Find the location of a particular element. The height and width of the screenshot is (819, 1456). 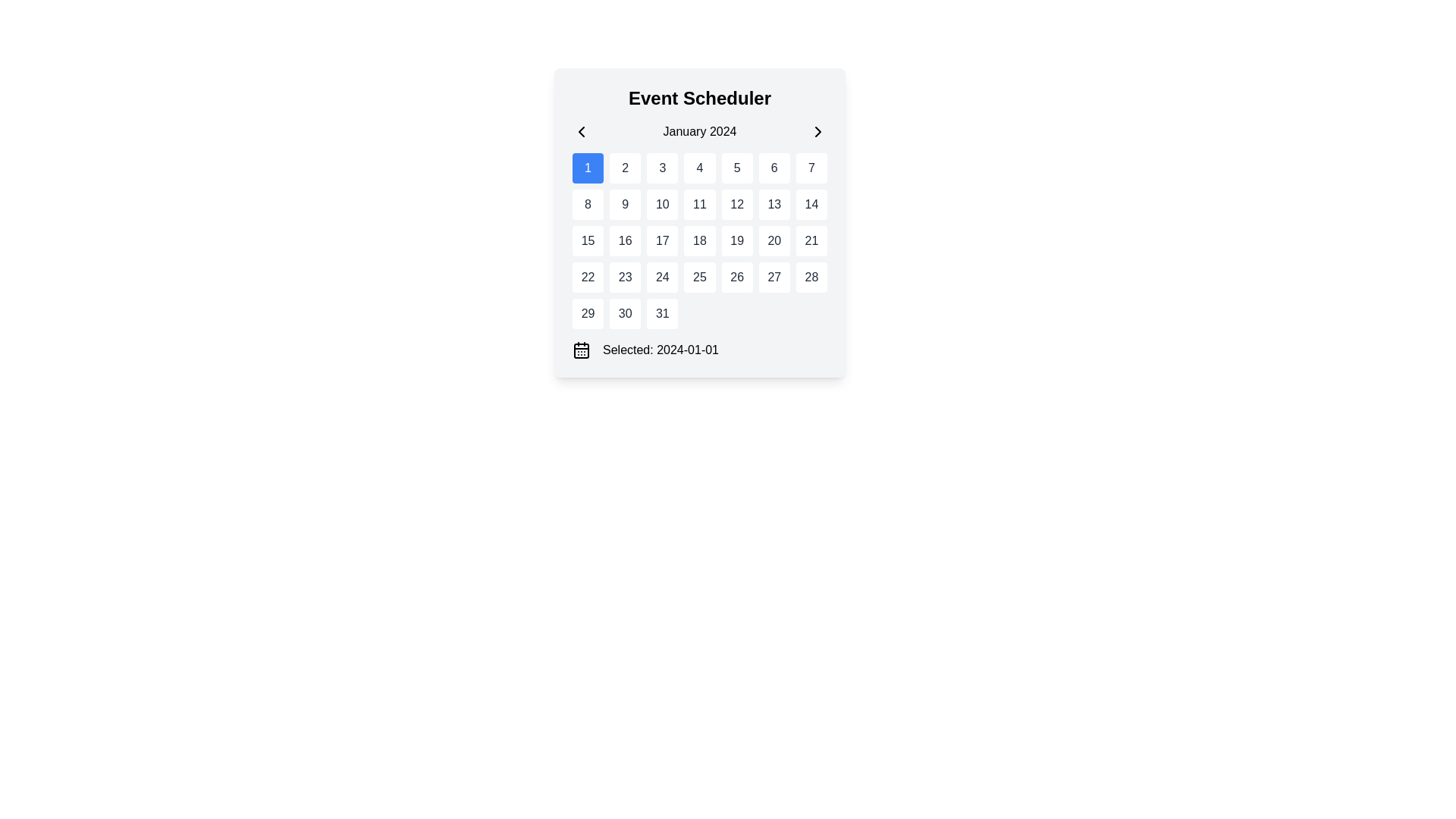

the white square button with rounded corners displaying the number '8' in the 'Event Scheduler' component is located at coordinates (587, 205).